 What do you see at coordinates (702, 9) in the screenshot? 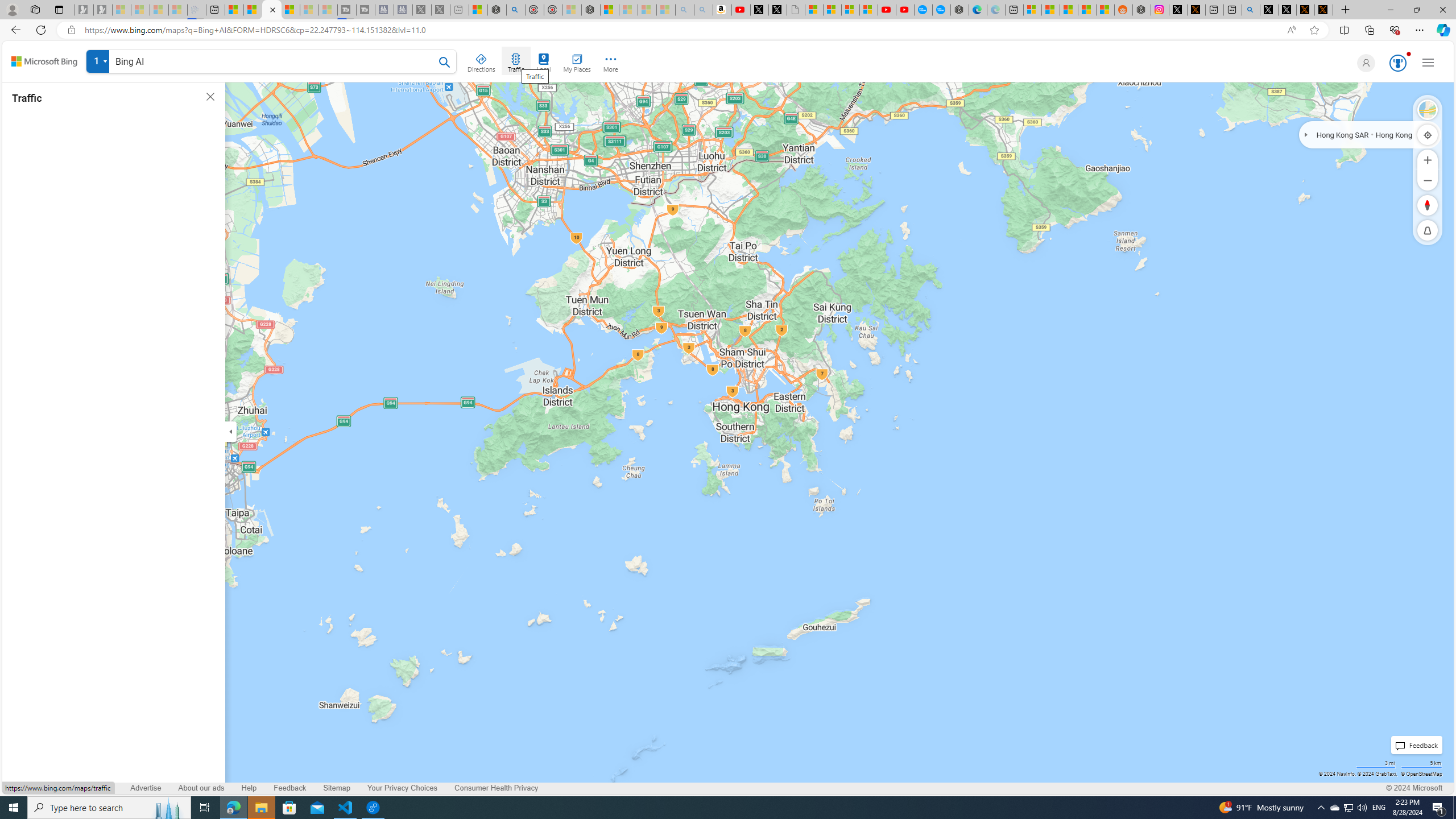
I see `'Amazon Echo Dot PNG - Search Images - Sleeping'` at bounding box center [702, 9].